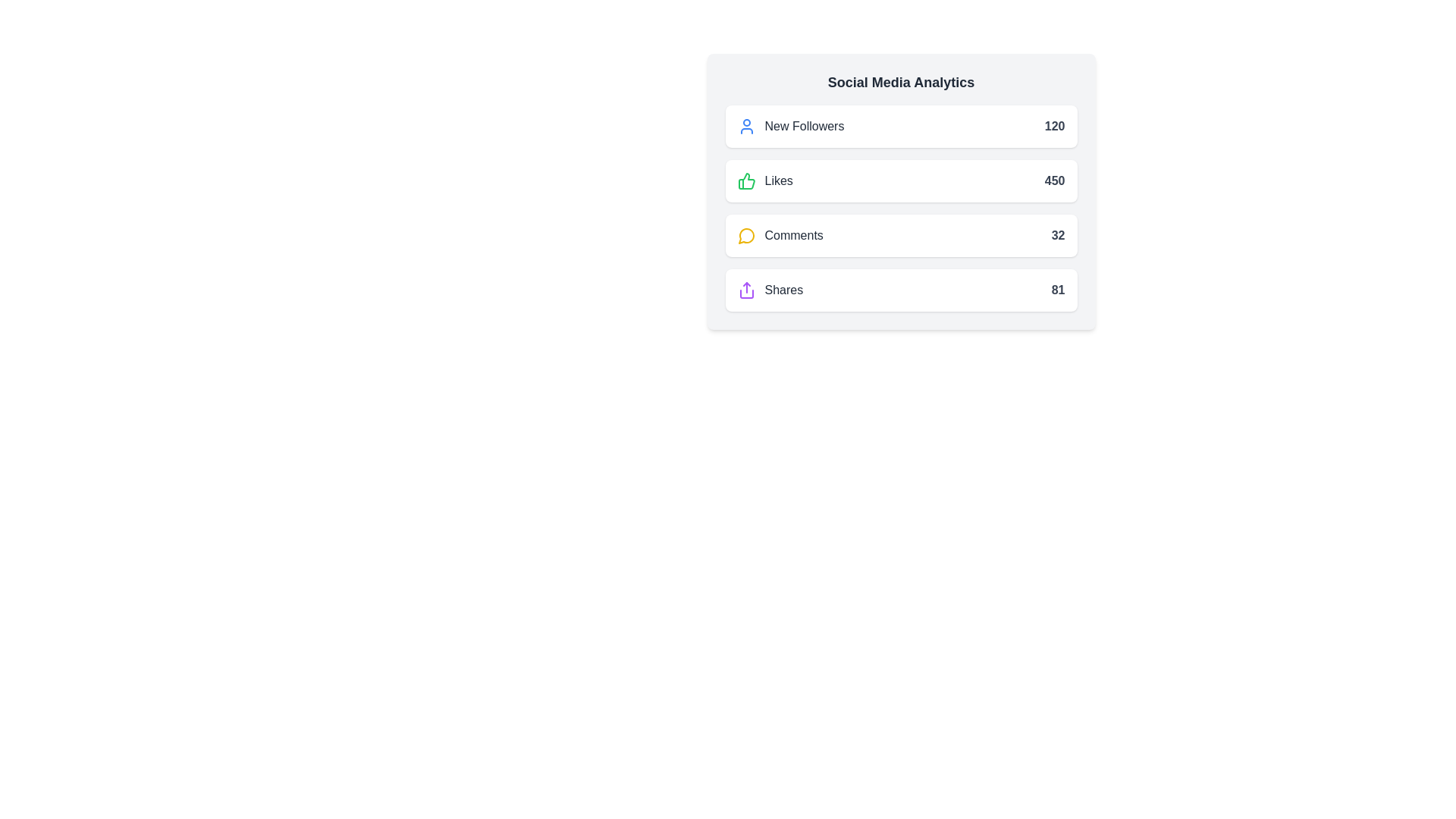  What do you see at coordinates (770, 290) in the screenshot?
I see `the 'Shares' text label, which is styled in medium-weight gray text and accompanied by a purple upward arrow icon, located in the bottom section of the 'Social Media Analytics' box` at bounding box center [770, 290].